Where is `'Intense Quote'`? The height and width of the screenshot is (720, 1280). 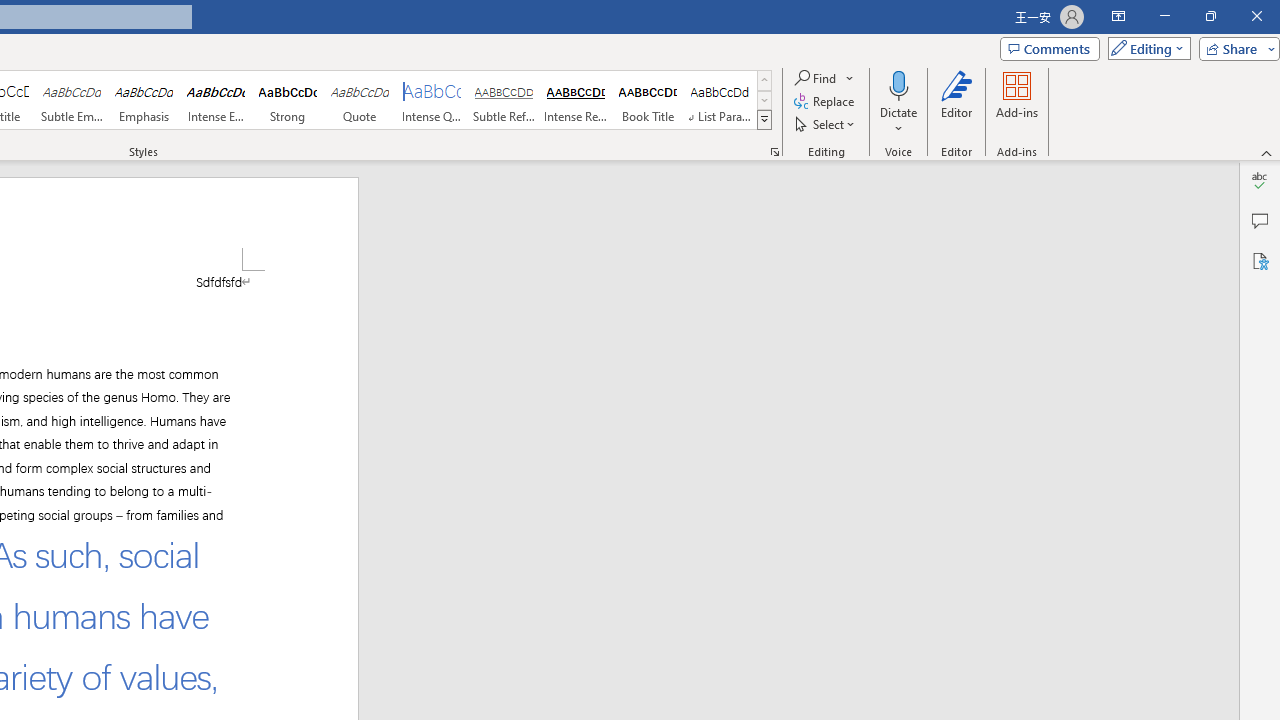 'Intense Quote' is located at coordinates (431, 100).